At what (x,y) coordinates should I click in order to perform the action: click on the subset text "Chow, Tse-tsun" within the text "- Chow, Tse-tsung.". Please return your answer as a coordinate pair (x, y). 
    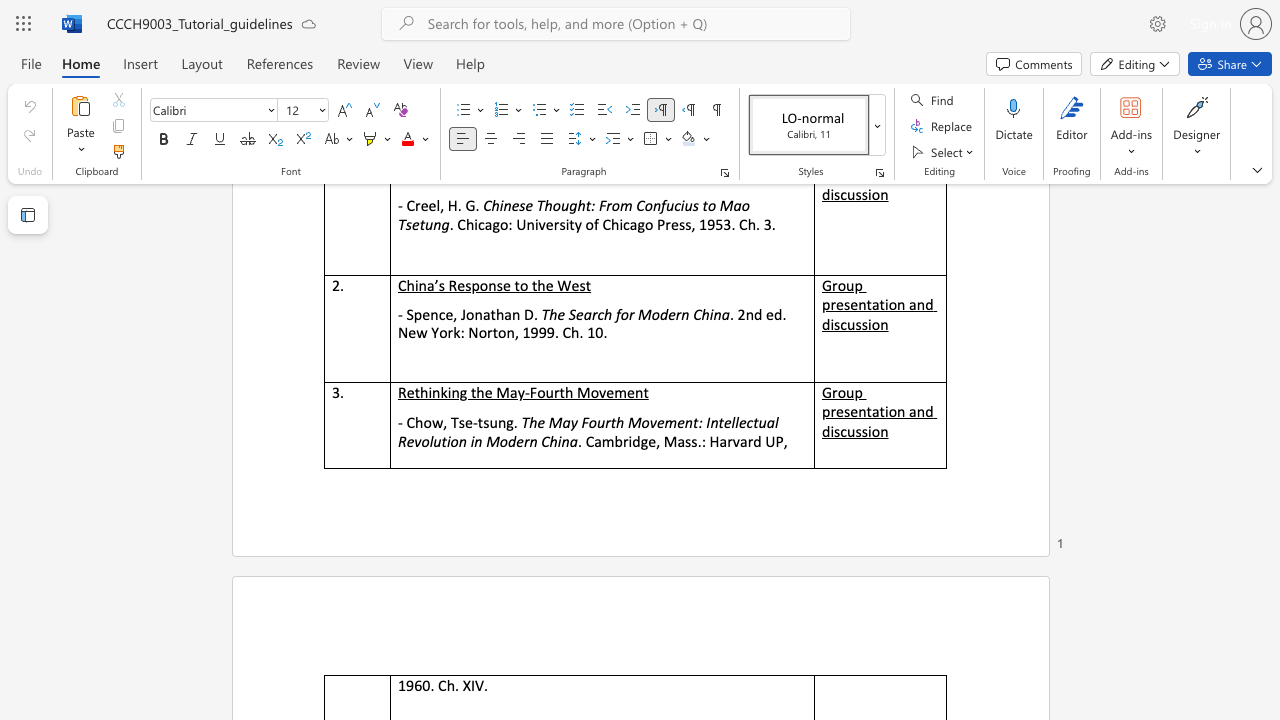
    Looking at the image, I should click on (405, 421).